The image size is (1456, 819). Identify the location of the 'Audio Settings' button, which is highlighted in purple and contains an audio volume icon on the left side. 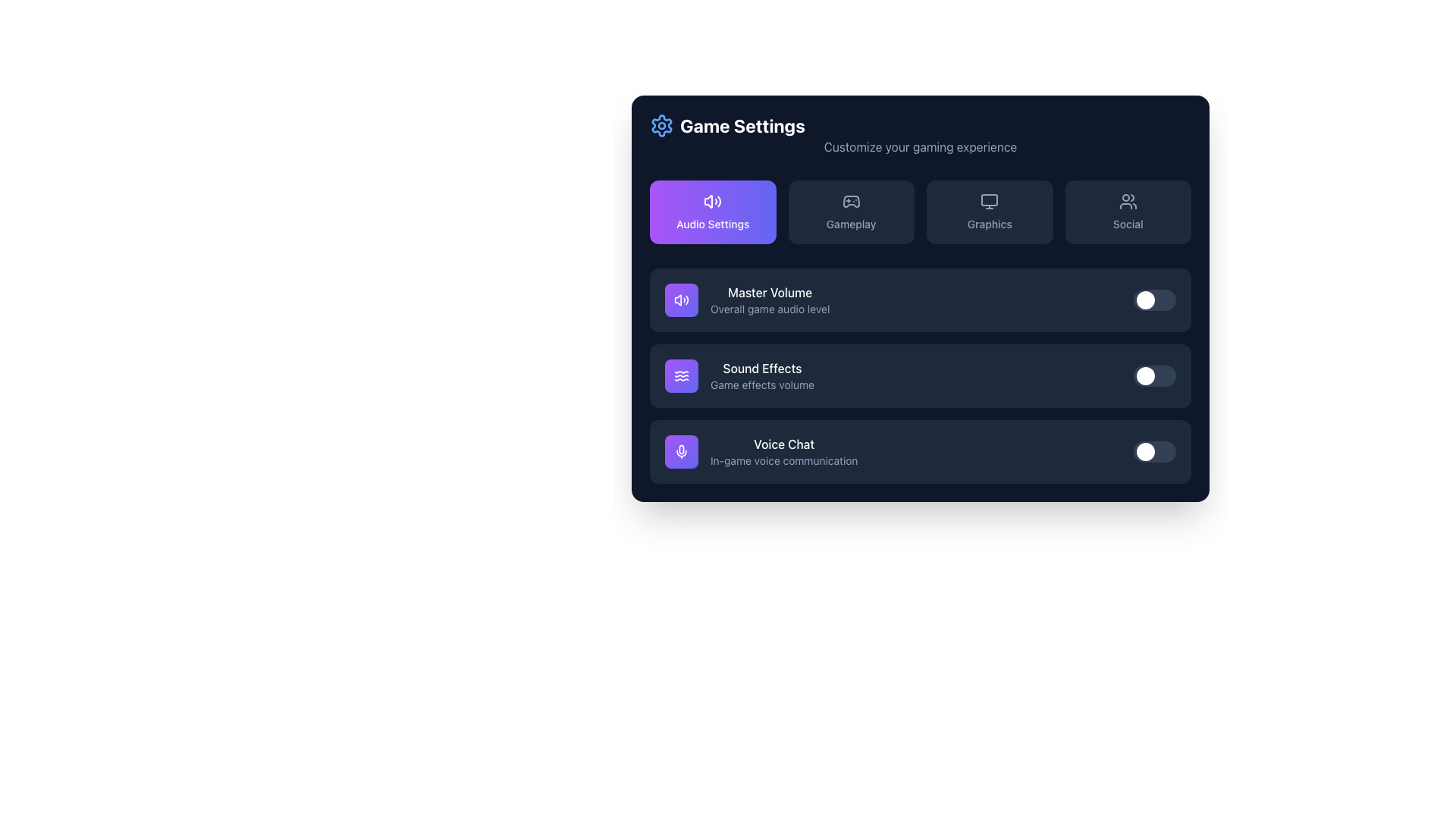
(708, 201).